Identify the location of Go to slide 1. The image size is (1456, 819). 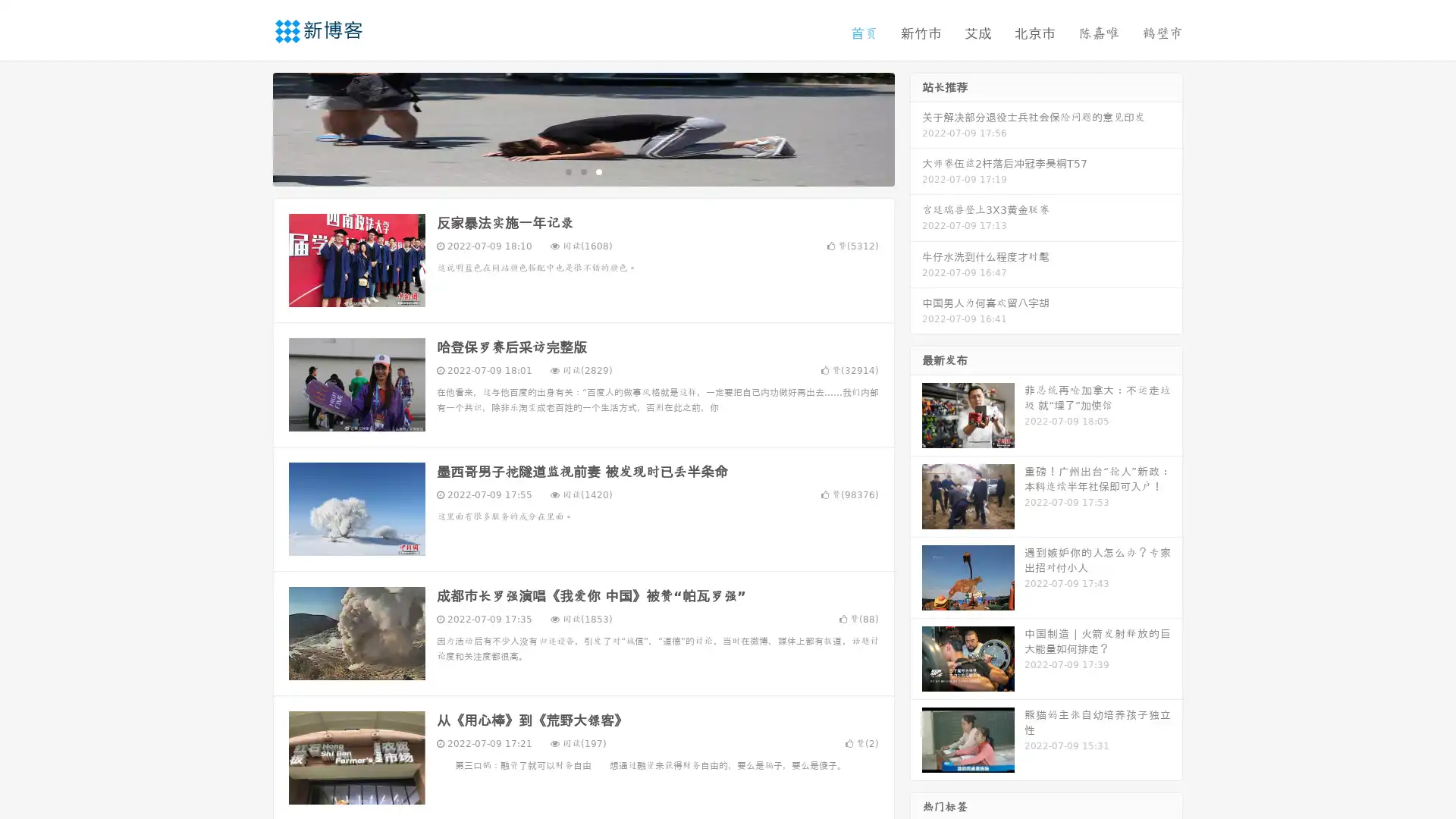
(567, 171).